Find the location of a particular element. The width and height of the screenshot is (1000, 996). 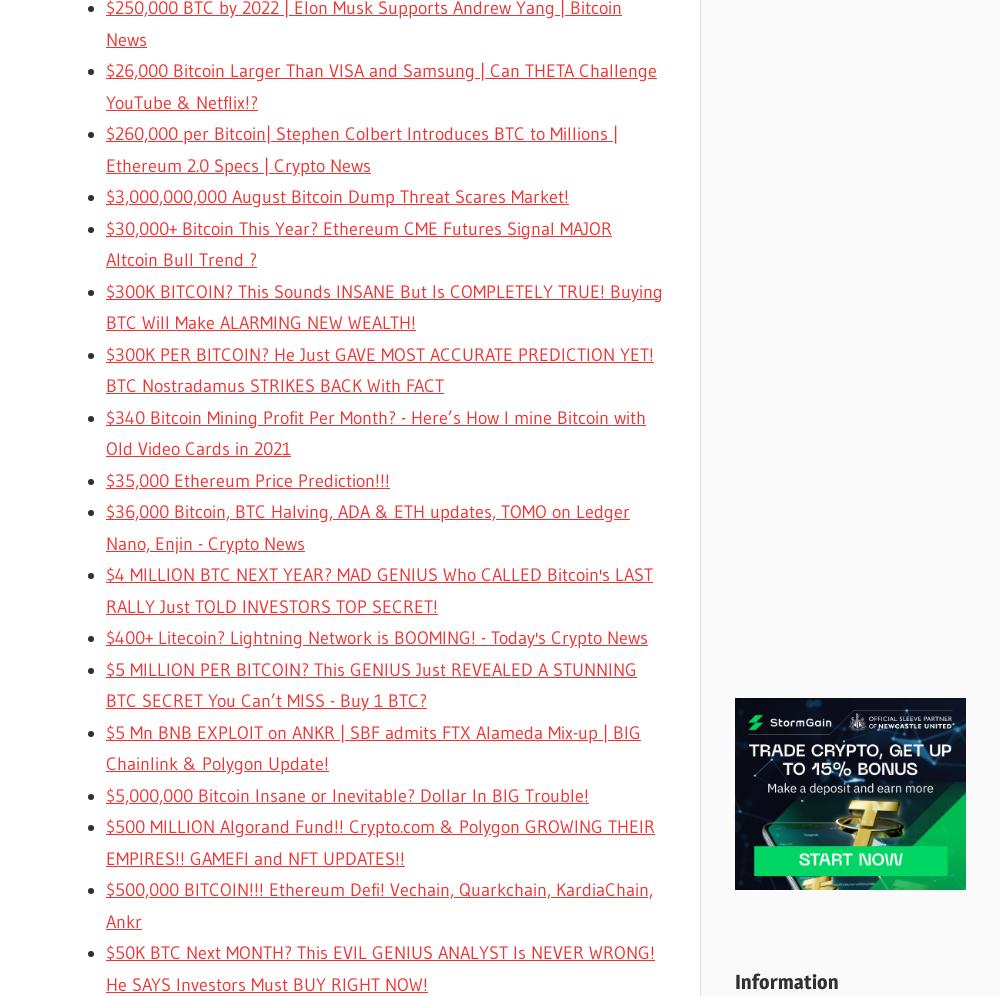

'$500,000 BITCOIN!!! Ethereum Defi! Vechain, Quarkchain, KardiaChain, Ankr' is located at coordinates (105, 904).